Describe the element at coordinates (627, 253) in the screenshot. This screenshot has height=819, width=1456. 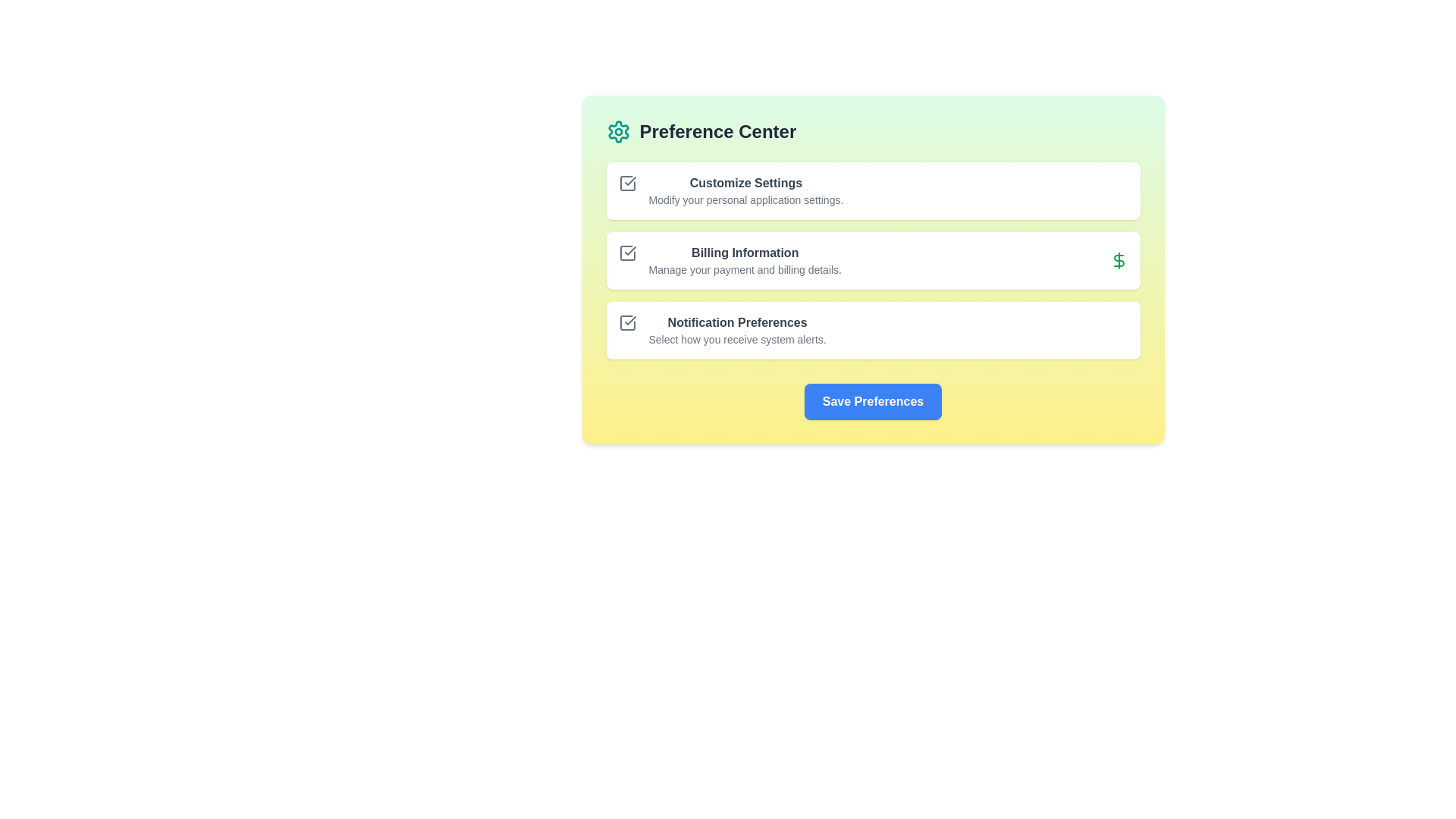
I see `the square-shaped checkmark icon with a minimalist outline design located to the left of the 'Billing Information' text in the Preference Center interface` at that location.